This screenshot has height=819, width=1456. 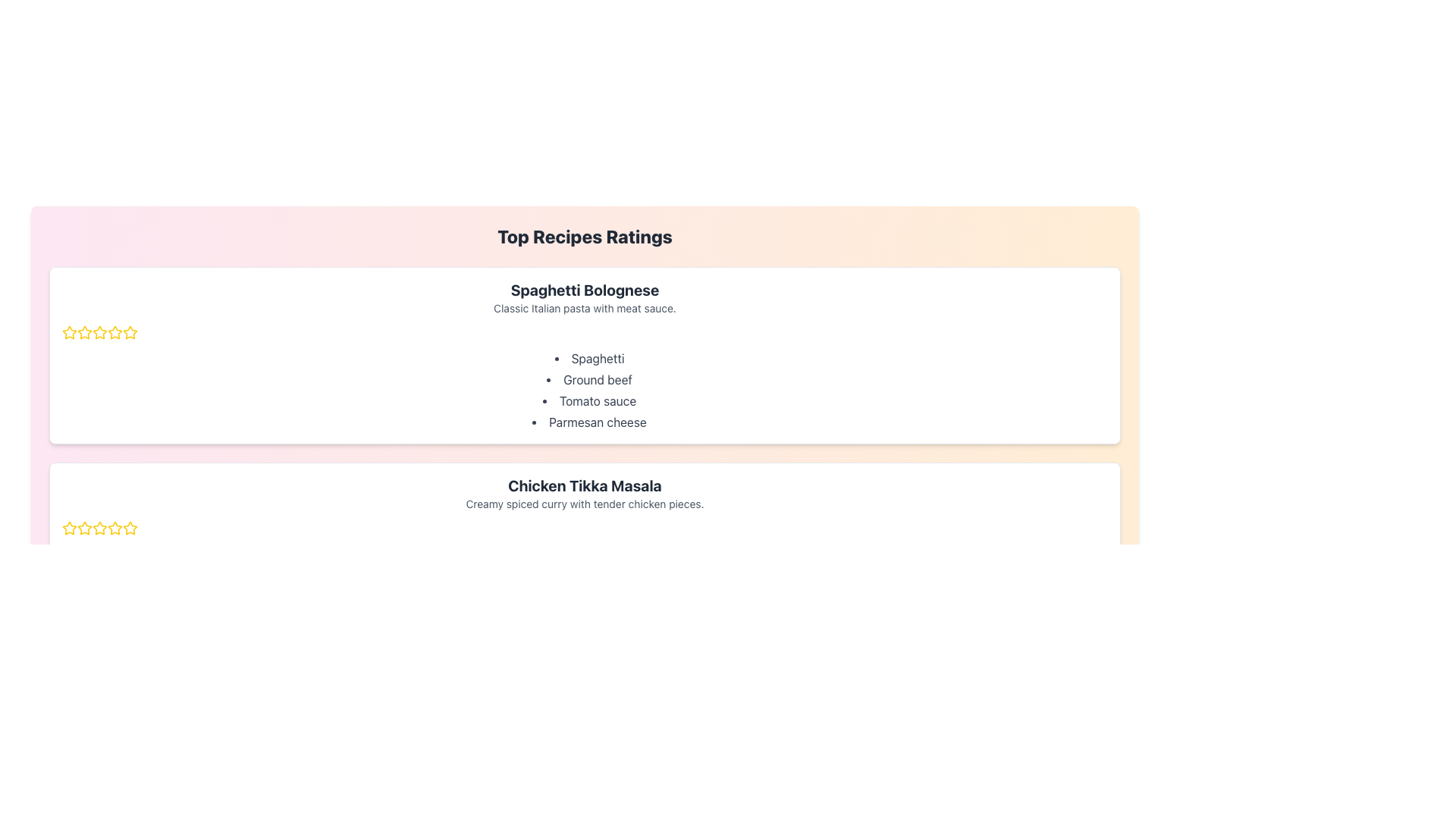 I want to click on the fourth golden star-shaped rating icon under the 'Chicken Tikka Masala' section, so click(x=130, y=527).